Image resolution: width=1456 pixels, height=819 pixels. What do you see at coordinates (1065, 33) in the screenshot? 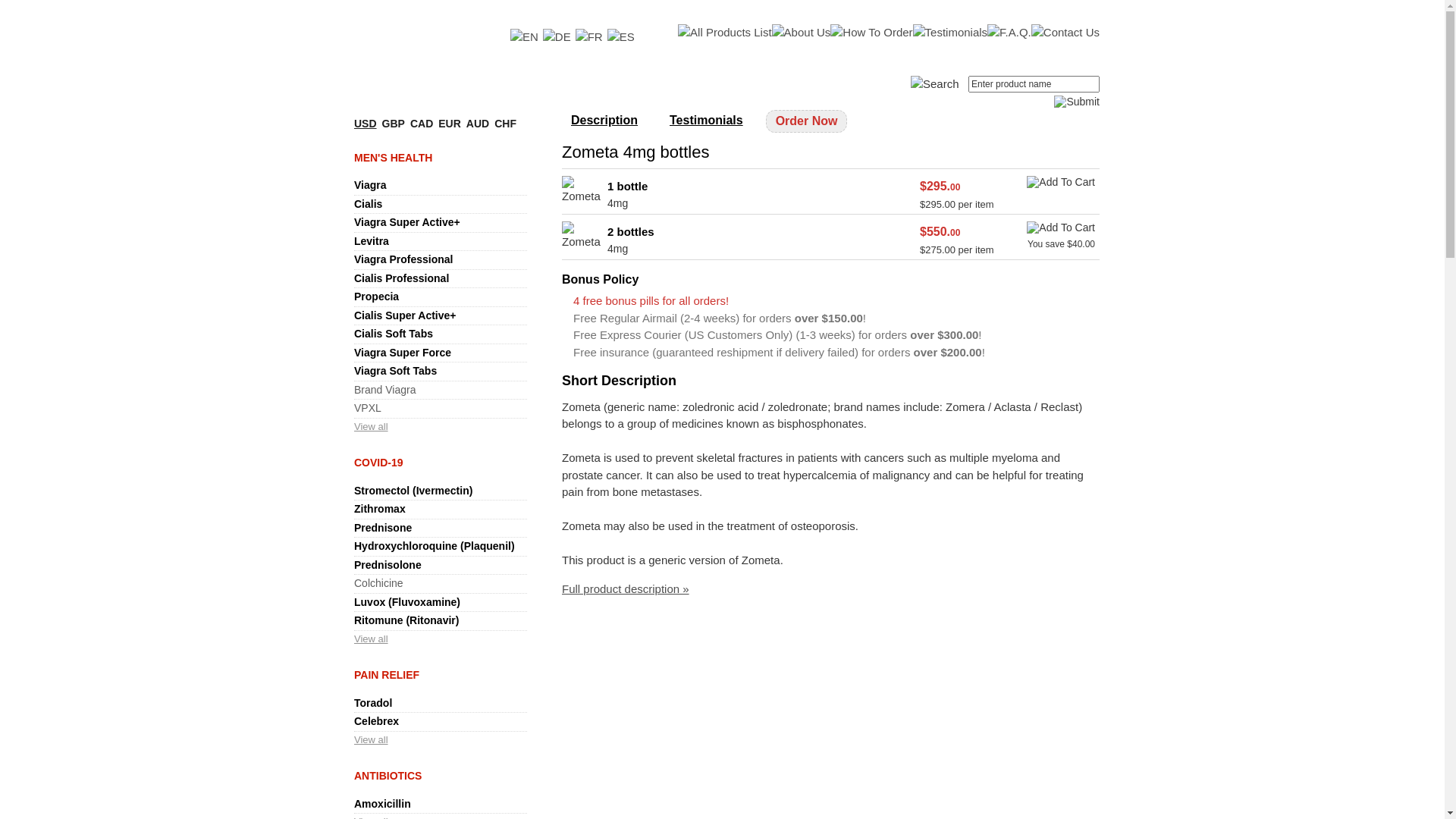
I see `'Contact Us'` at bounding box center [1065, 33].